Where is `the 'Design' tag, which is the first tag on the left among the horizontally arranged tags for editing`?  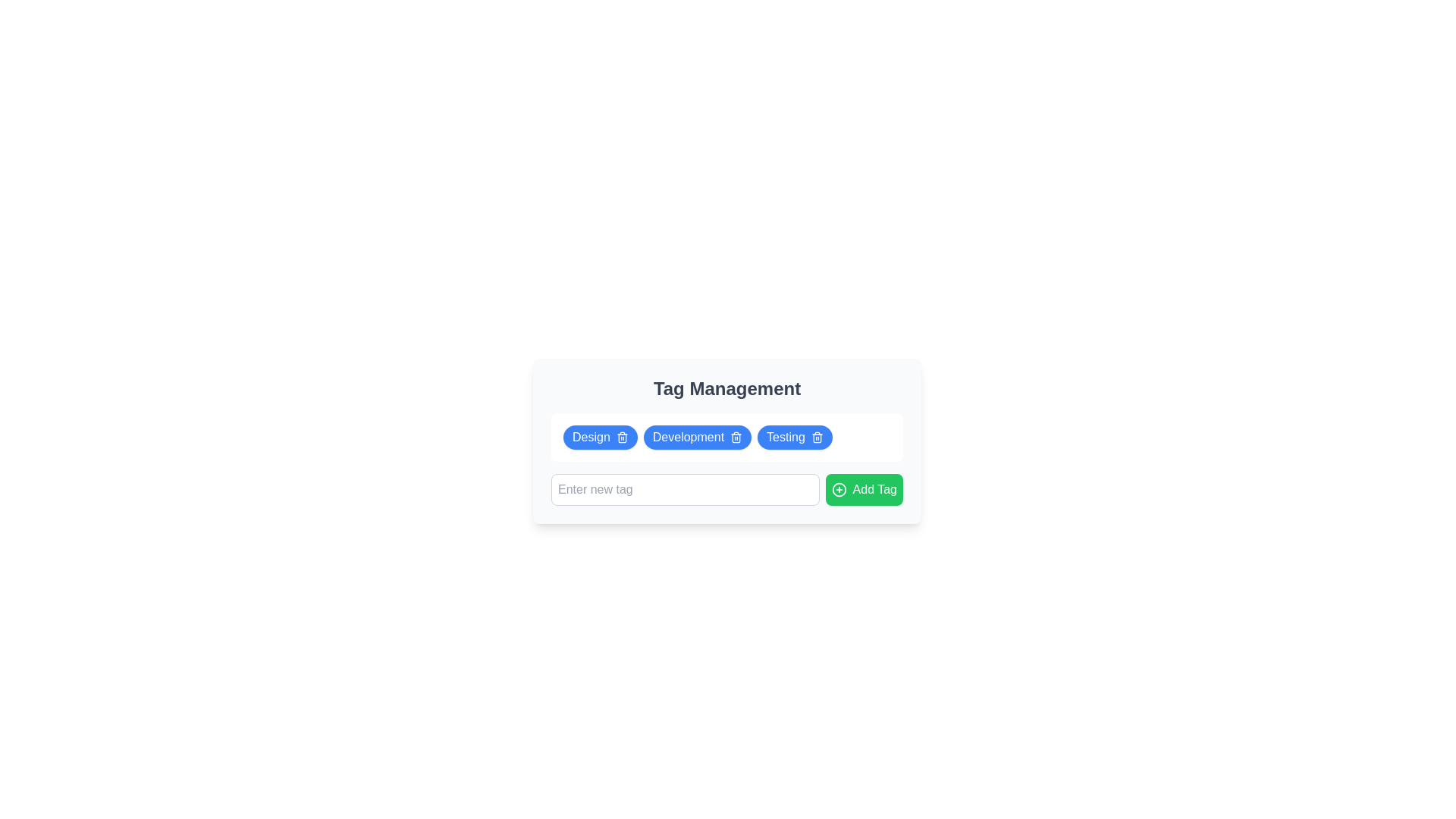 the 'Design' tag, which is the first tag on the left among the horizontally arranged tags for editing is located at coordinates (600, 438).